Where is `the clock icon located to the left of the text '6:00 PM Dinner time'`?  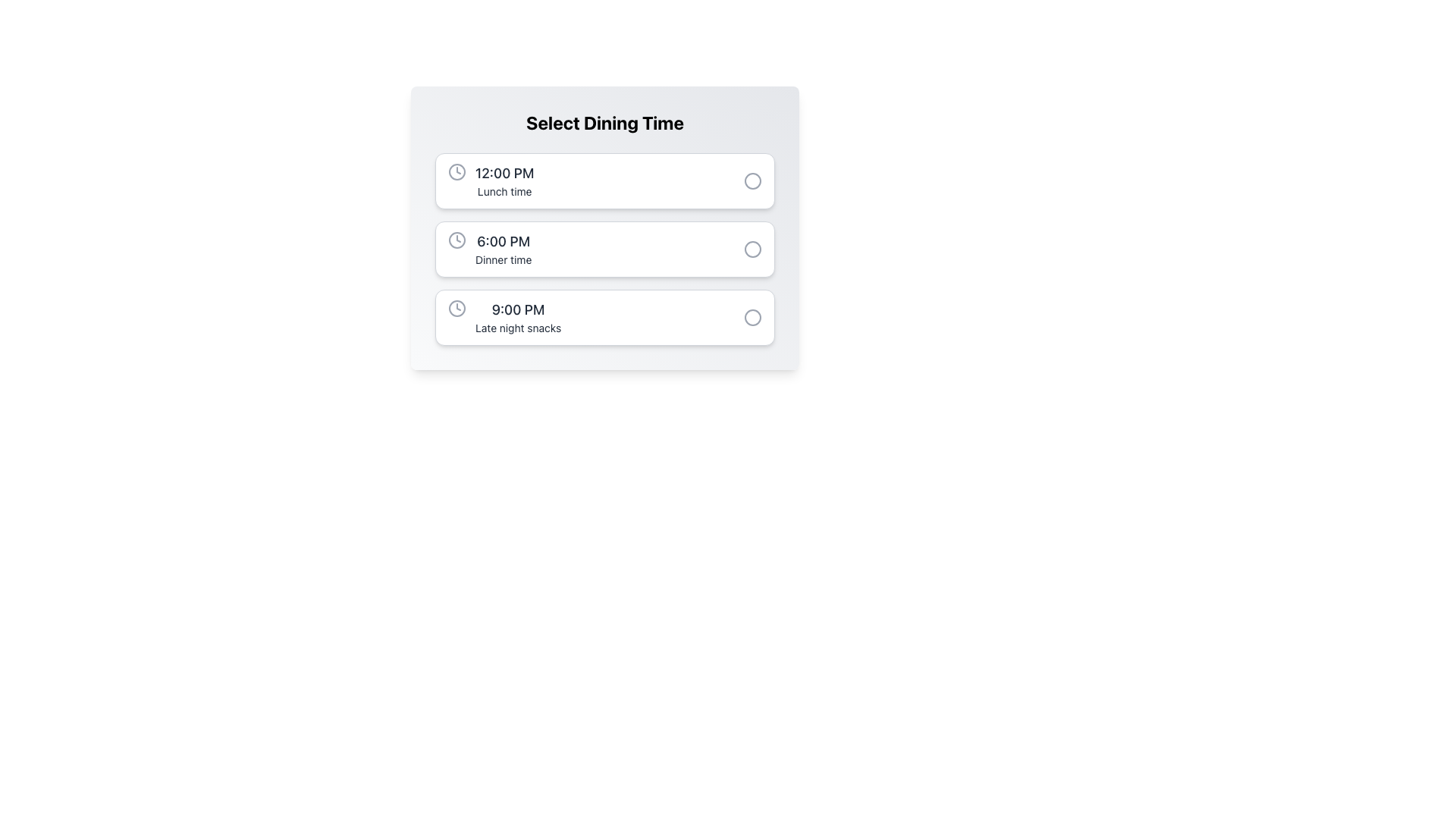
the clock icon located to the left of the text '6:00 PM Dinner time' is located at coordinates (457, 239).